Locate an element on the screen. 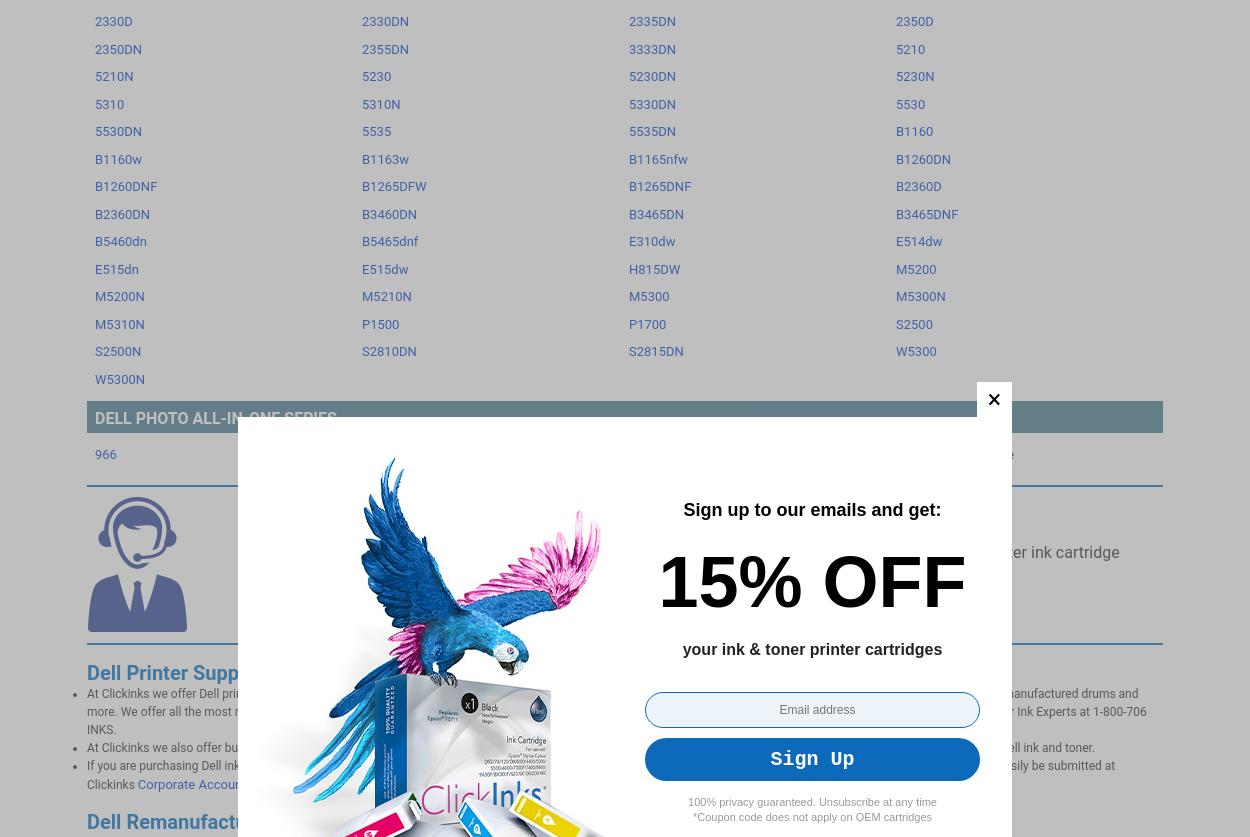  'Login' is located at coordinates (906, 8).